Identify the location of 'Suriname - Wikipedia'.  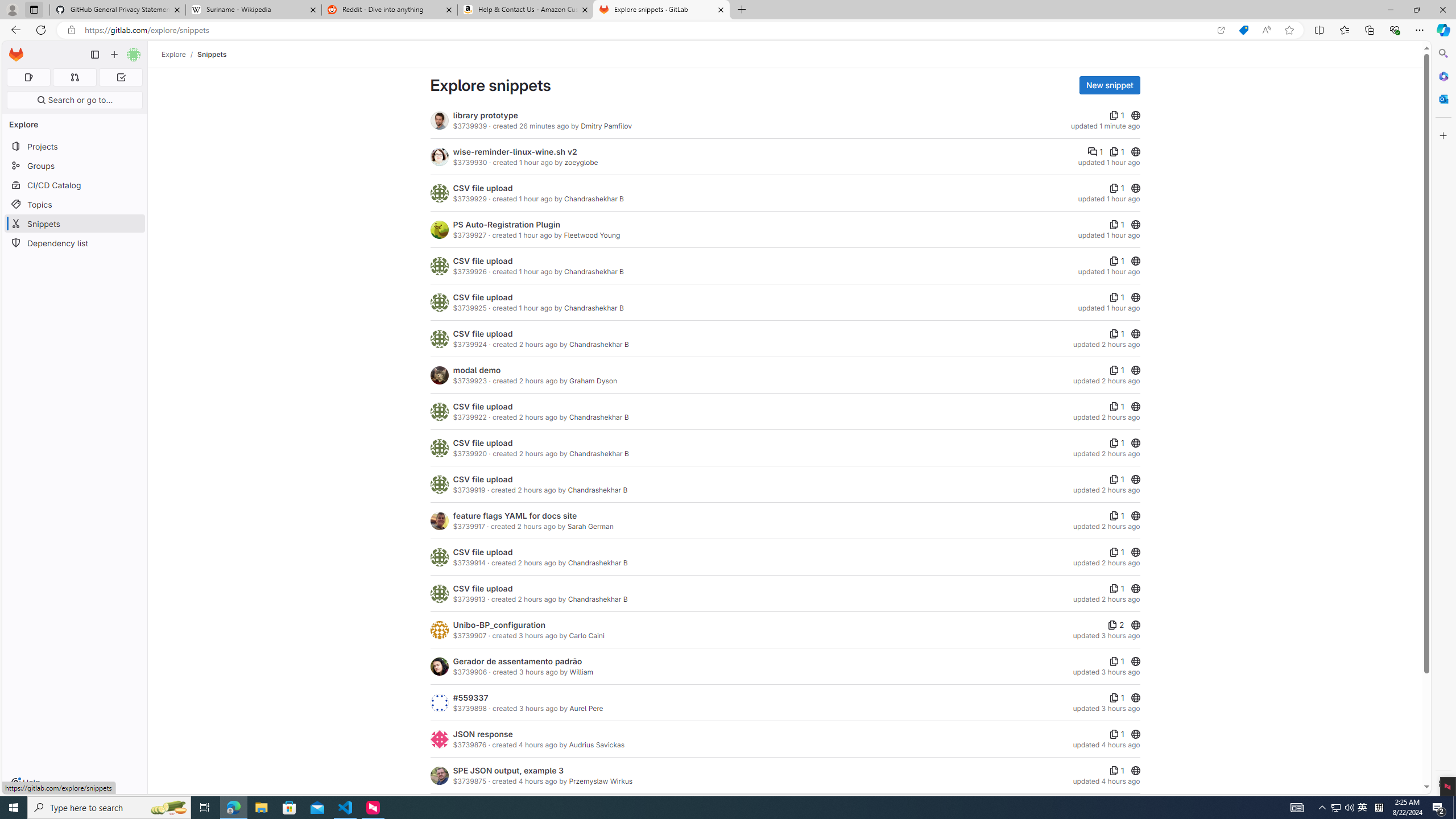
(253, 9).